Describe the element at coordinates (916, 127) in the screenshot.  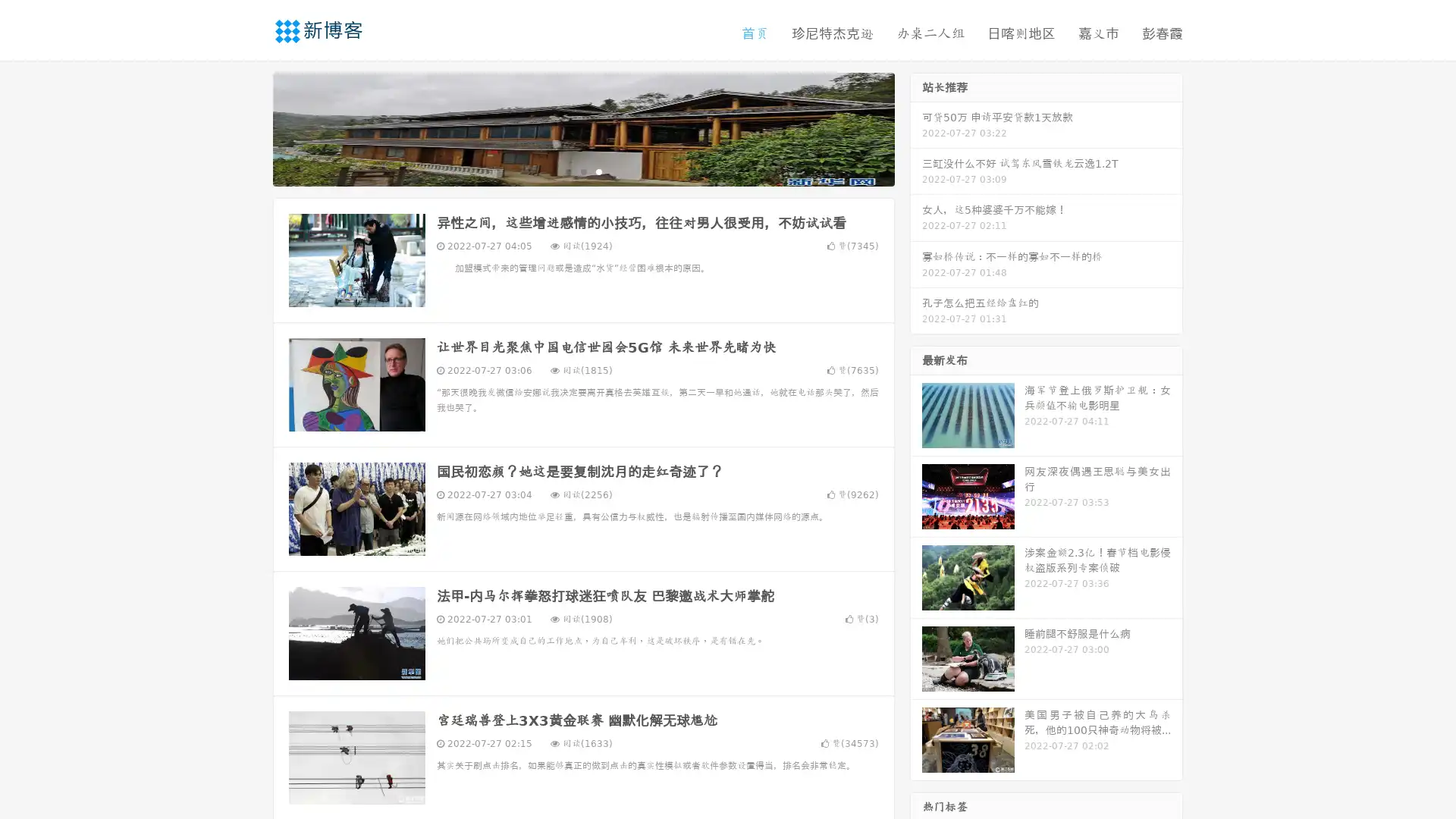
I see `Next slide` at that location.